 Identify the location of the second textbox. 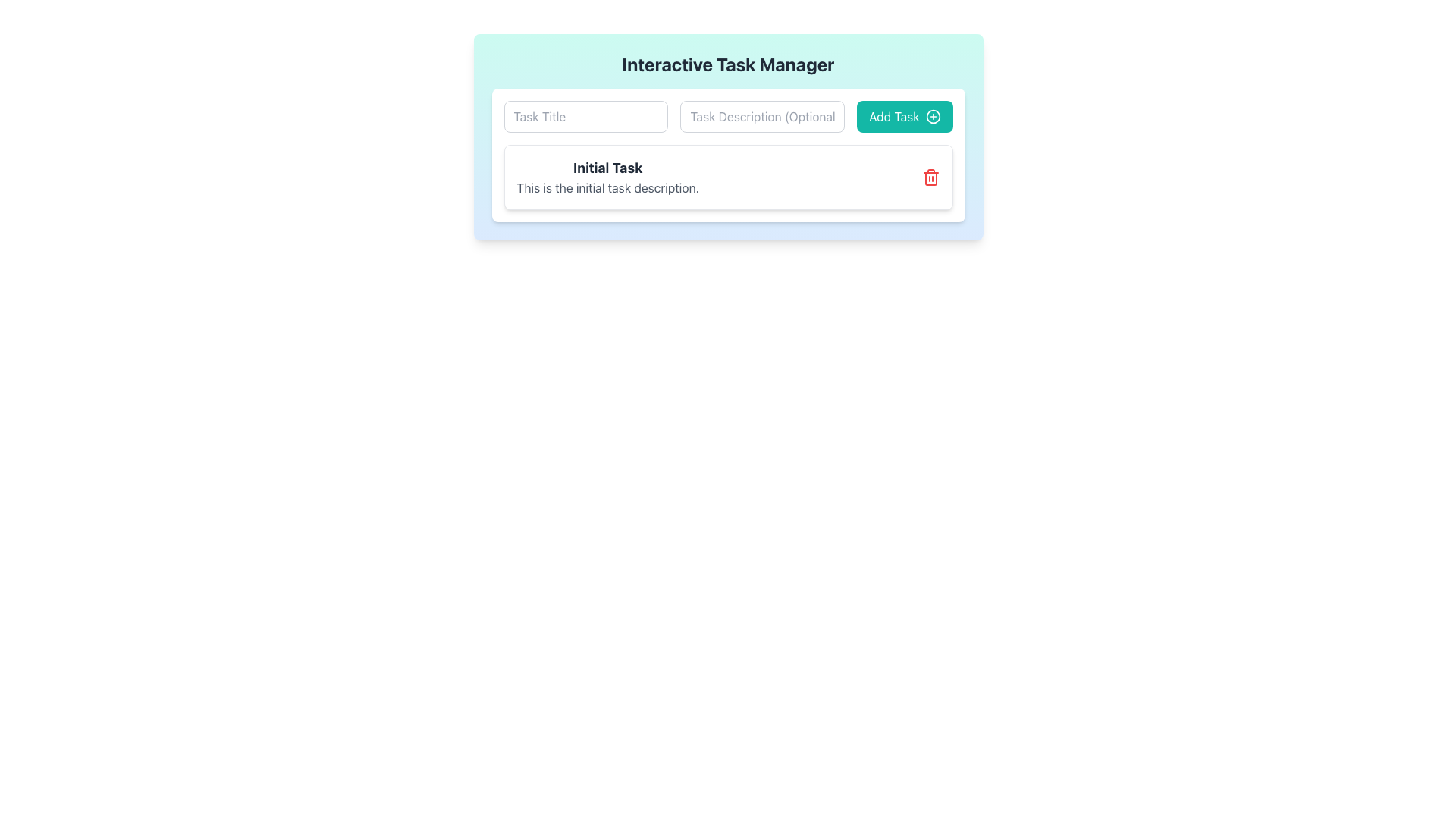
(728, 116).